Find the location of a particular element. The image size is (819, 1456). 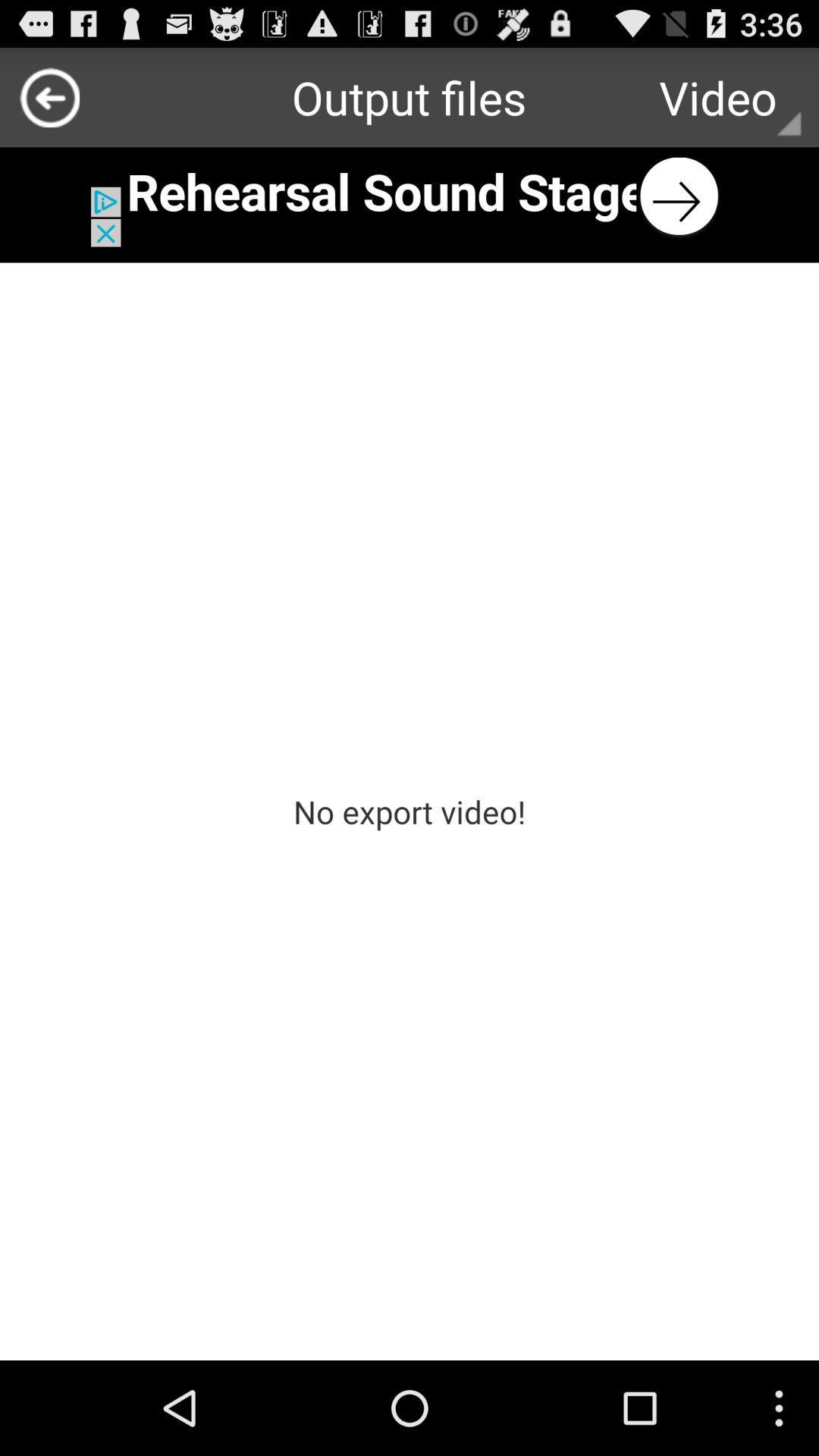

go back is located at coordinates (49, 96).